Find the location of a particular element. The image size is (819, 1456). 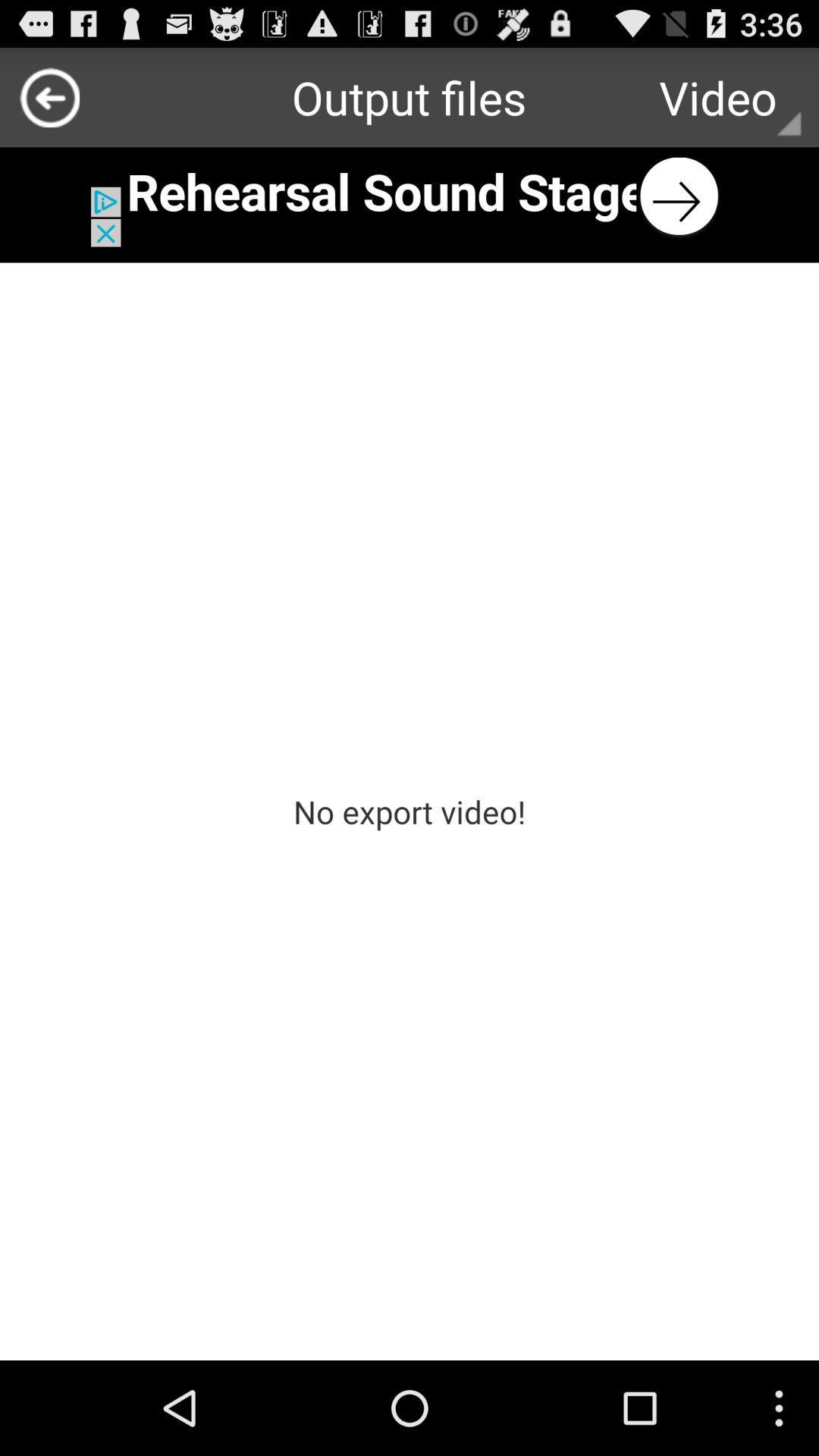

go back is located at coordinates (49, 96).